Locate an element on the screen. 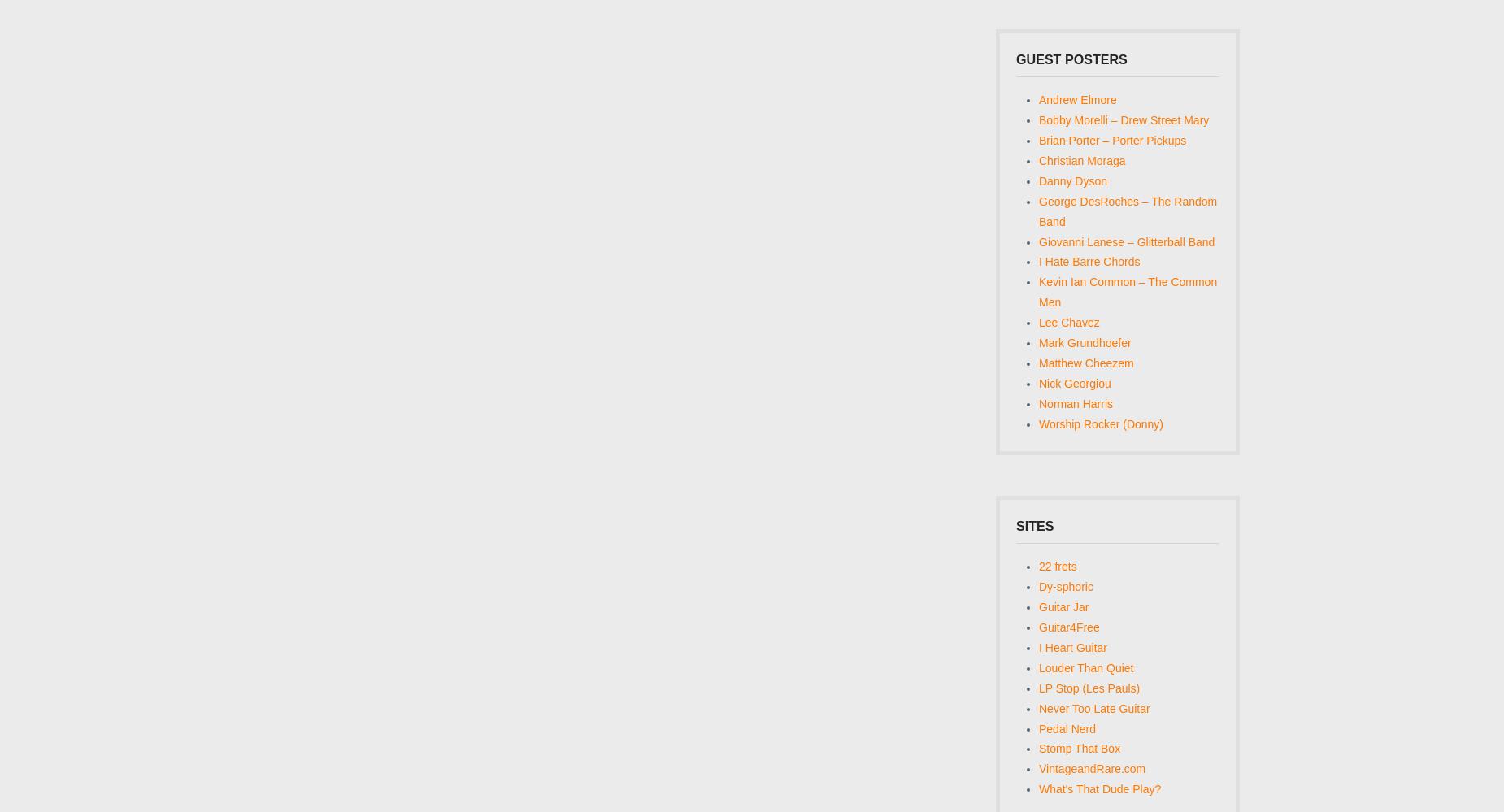 The height and width of the screenshot is (812, 1504). 'Christian Moraga' is located at coordinates (1037, 159).